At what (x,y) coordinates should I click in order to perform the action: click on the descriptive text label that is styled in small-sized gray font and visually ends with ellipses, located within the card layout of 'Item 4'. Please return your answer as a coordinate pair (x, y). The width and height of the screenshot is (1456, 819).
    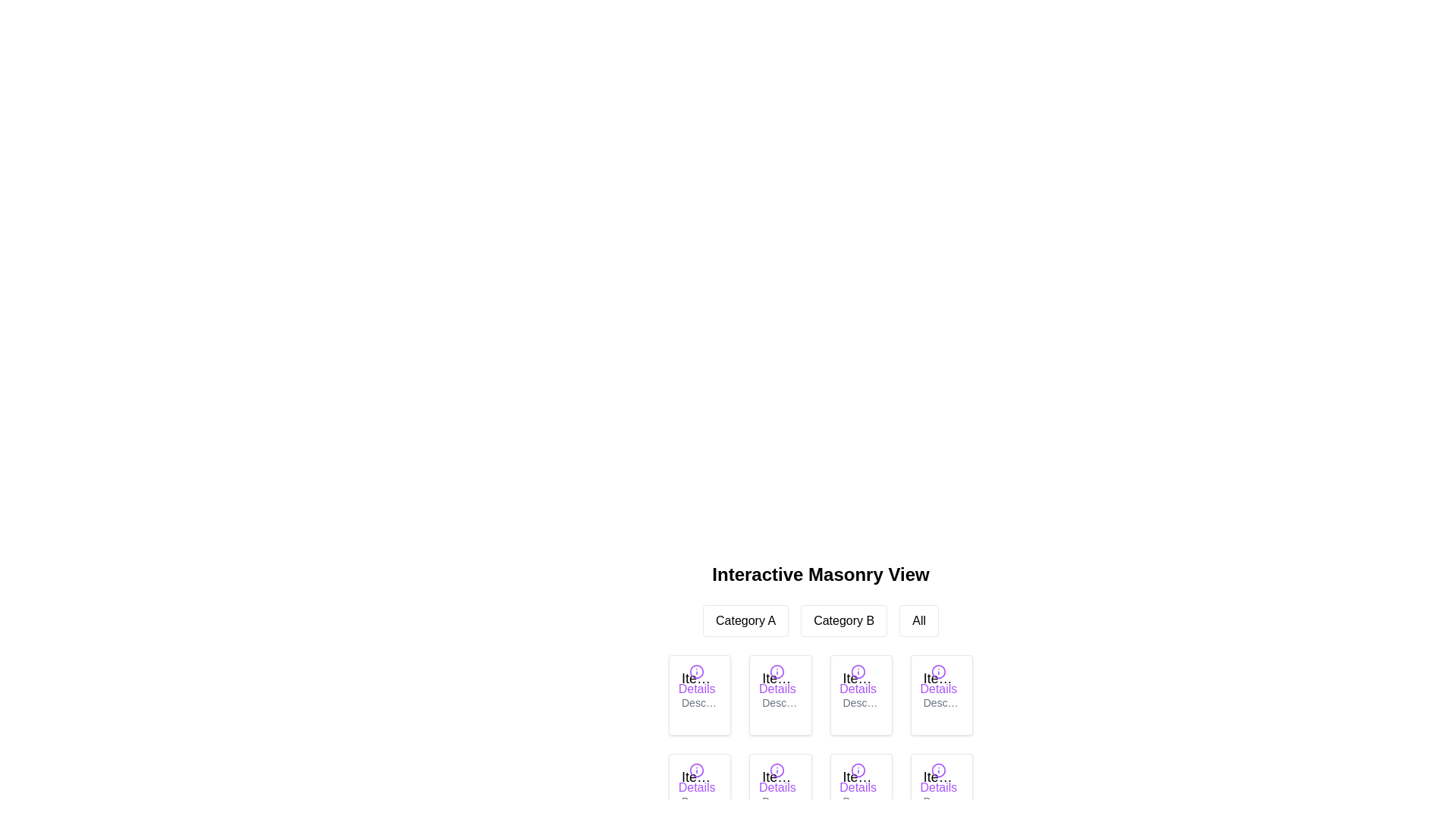
    Looking at the image, I should click on (940, 702).